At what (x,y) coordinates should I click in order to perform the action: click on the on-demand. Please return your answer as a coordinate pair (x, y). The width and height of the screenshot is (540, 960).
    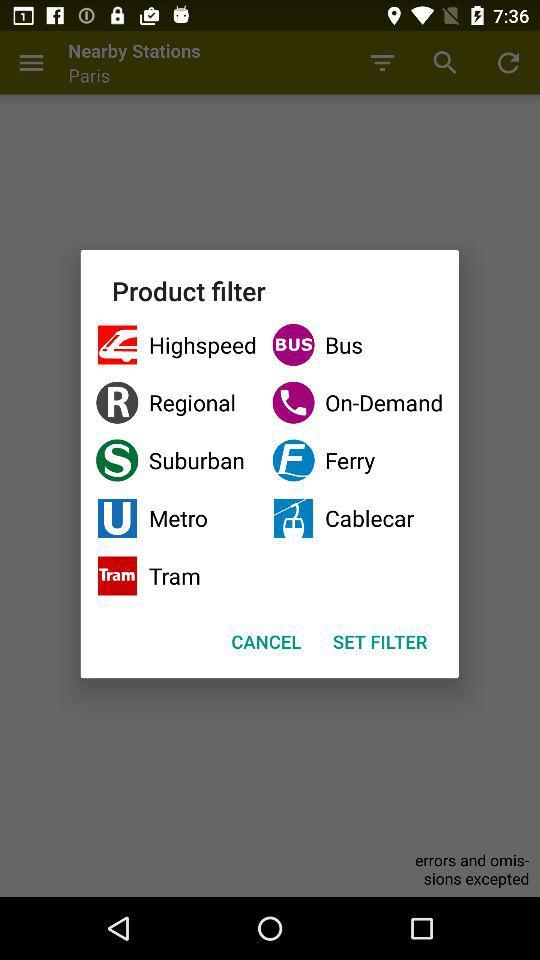
    Looking at the image, I should click on (356, 401).